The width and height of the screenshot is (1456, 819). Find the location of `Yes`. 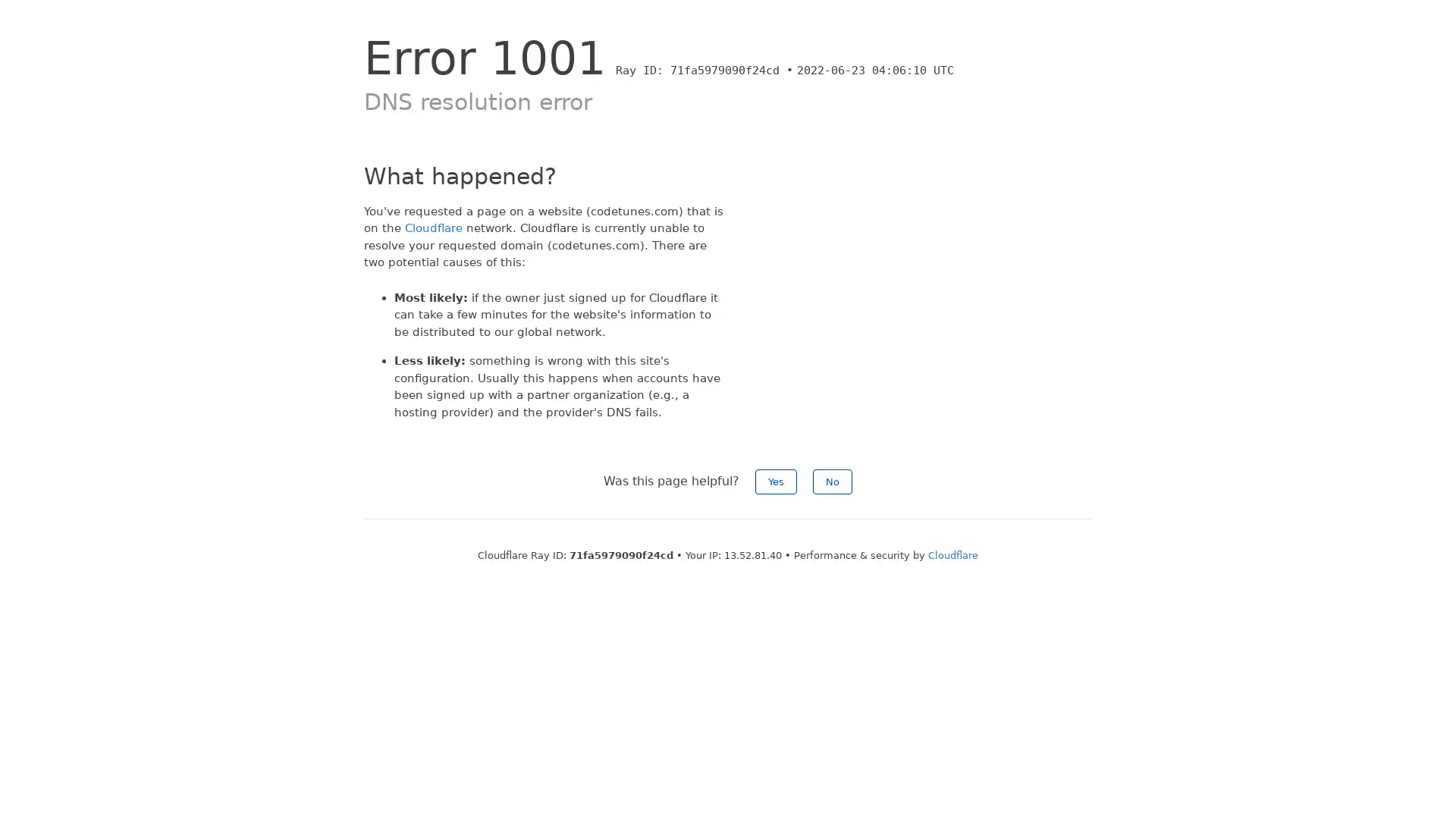

Yes is located at coordinates (776, 482).